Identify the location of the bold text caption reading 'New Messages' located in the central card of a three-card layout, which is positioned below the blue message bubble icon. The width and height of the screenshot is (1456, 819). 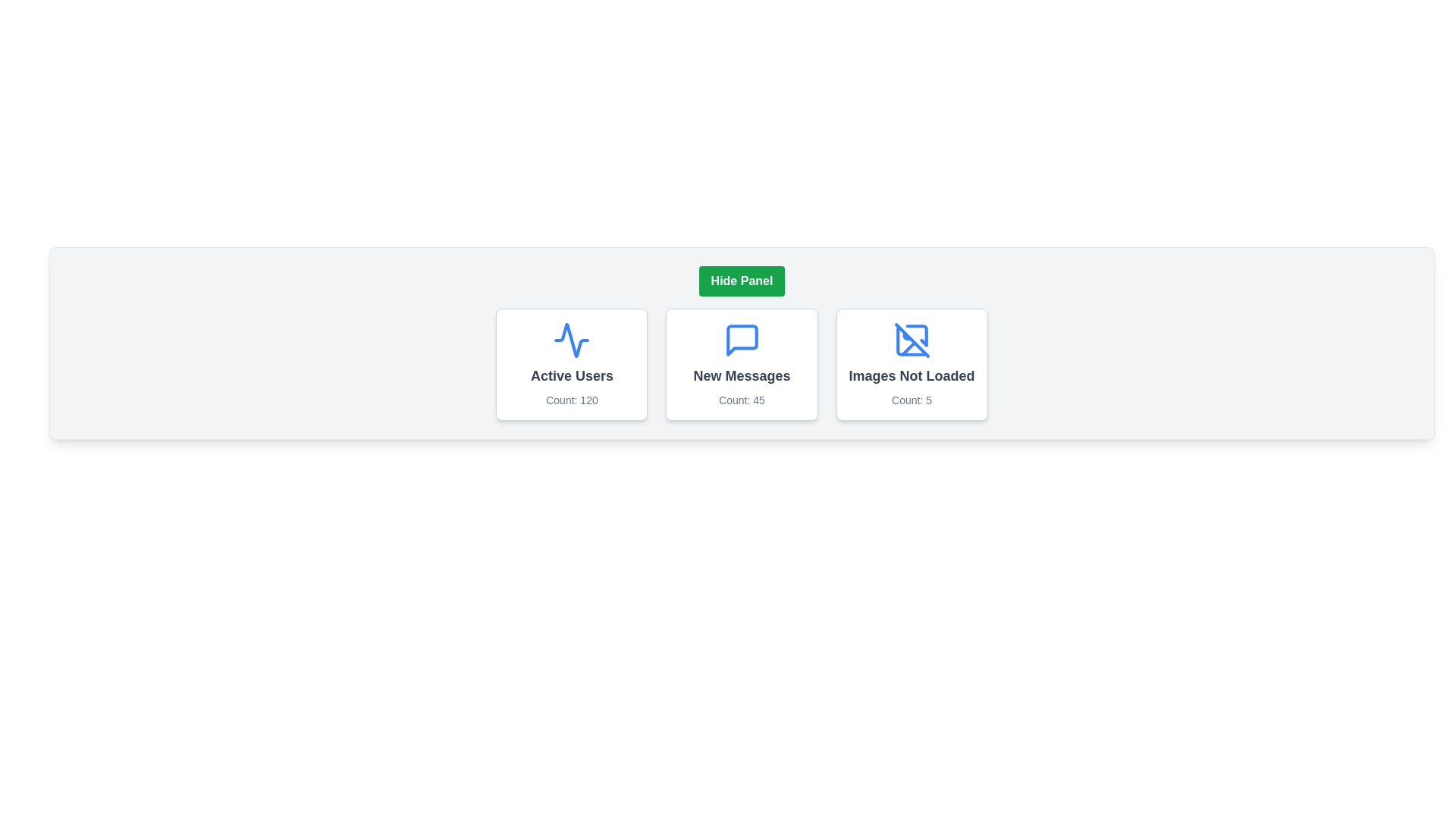
(742, 375).